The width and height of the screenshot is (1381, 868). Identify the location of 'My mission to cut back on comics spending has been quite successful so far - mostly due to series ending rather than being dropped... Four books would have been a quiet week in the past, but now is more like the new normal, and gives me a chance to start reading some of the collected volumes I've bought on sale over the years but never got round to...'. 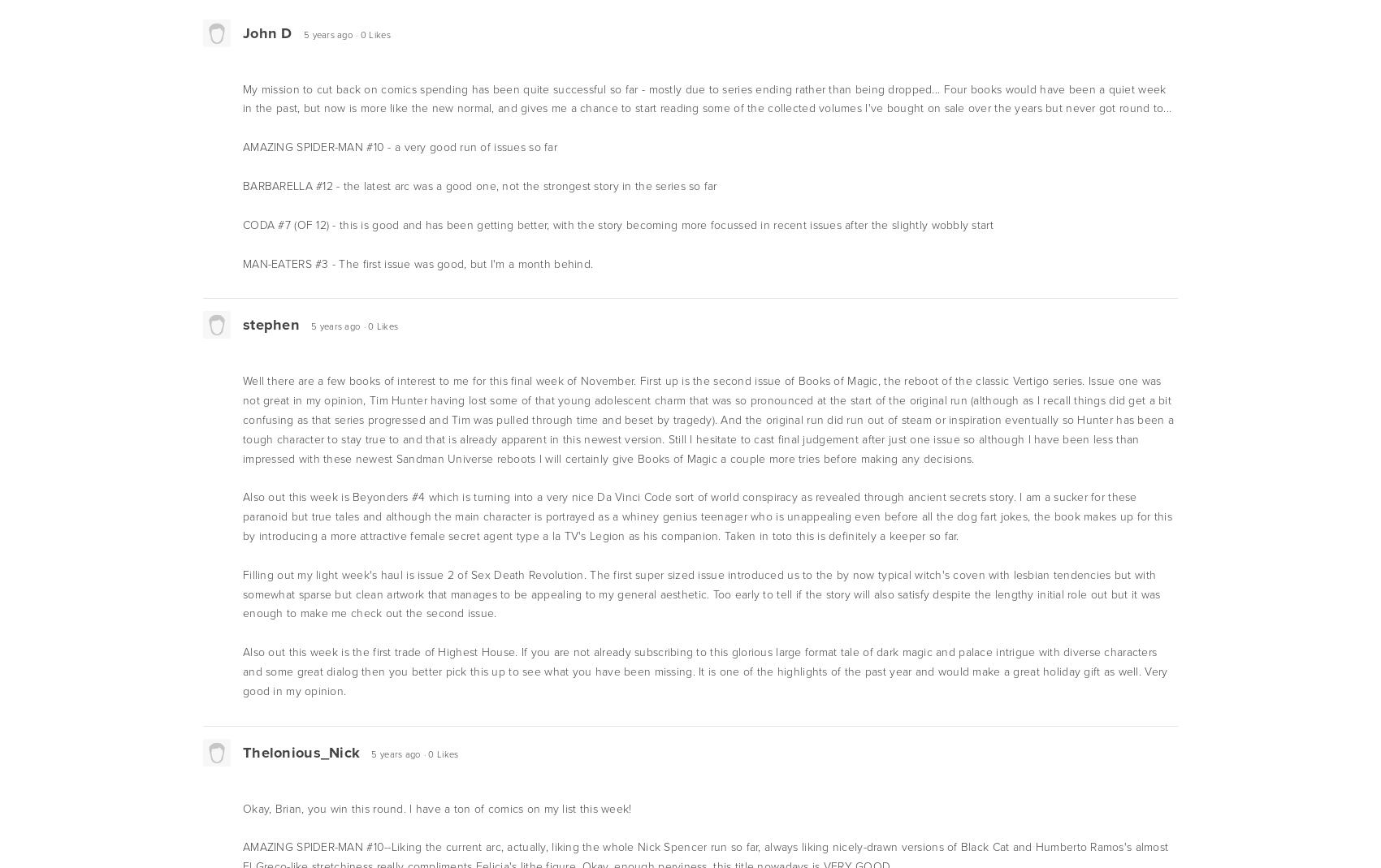
(243, 98).